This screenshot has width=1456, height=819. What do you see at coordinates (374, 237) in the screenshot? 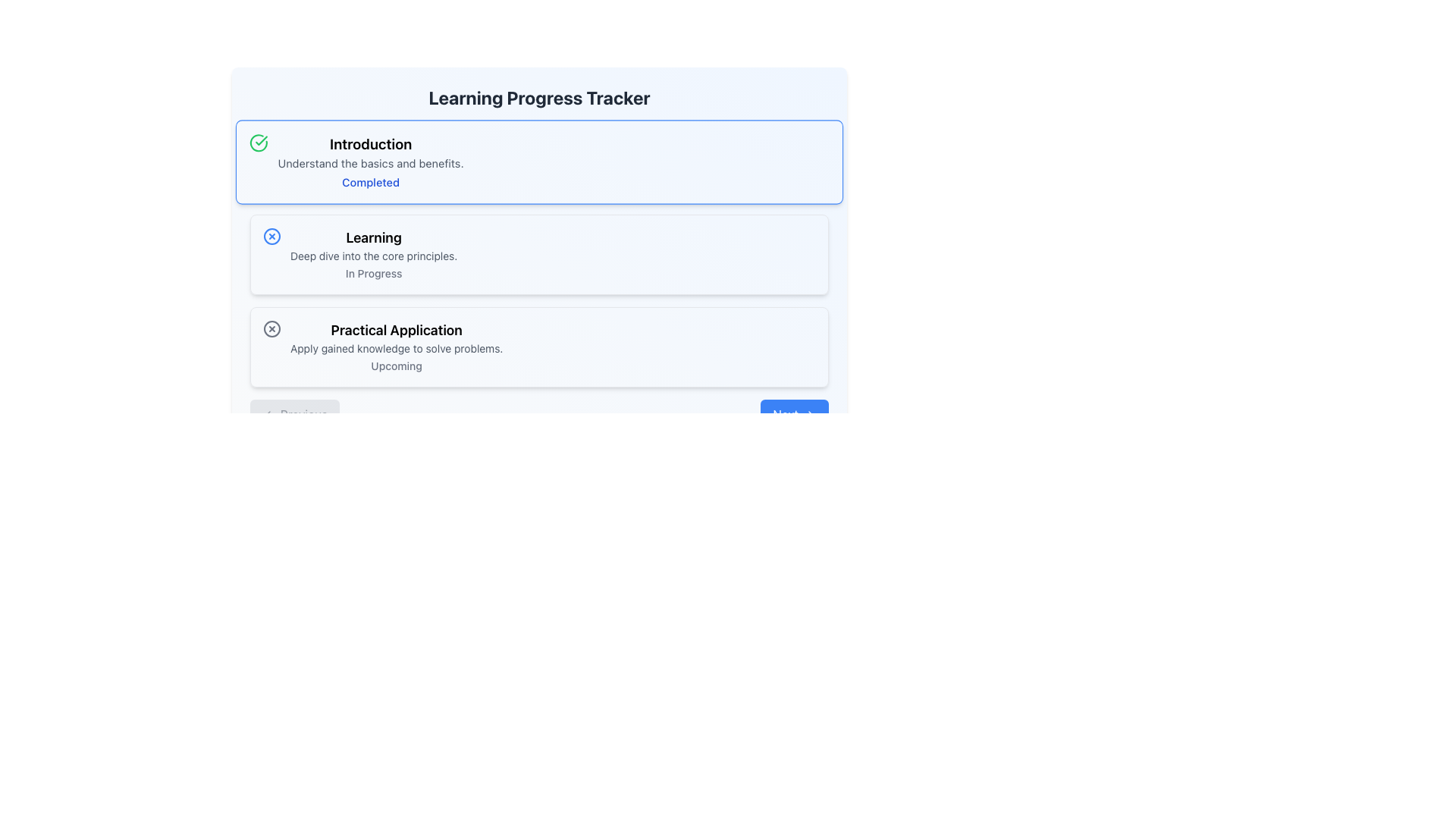
I see `the title text label for the 'Learning' section of the progress tracker, which is the first and largest text component, positioned above the descriptive text and status text` at bounding box center [374, 237].